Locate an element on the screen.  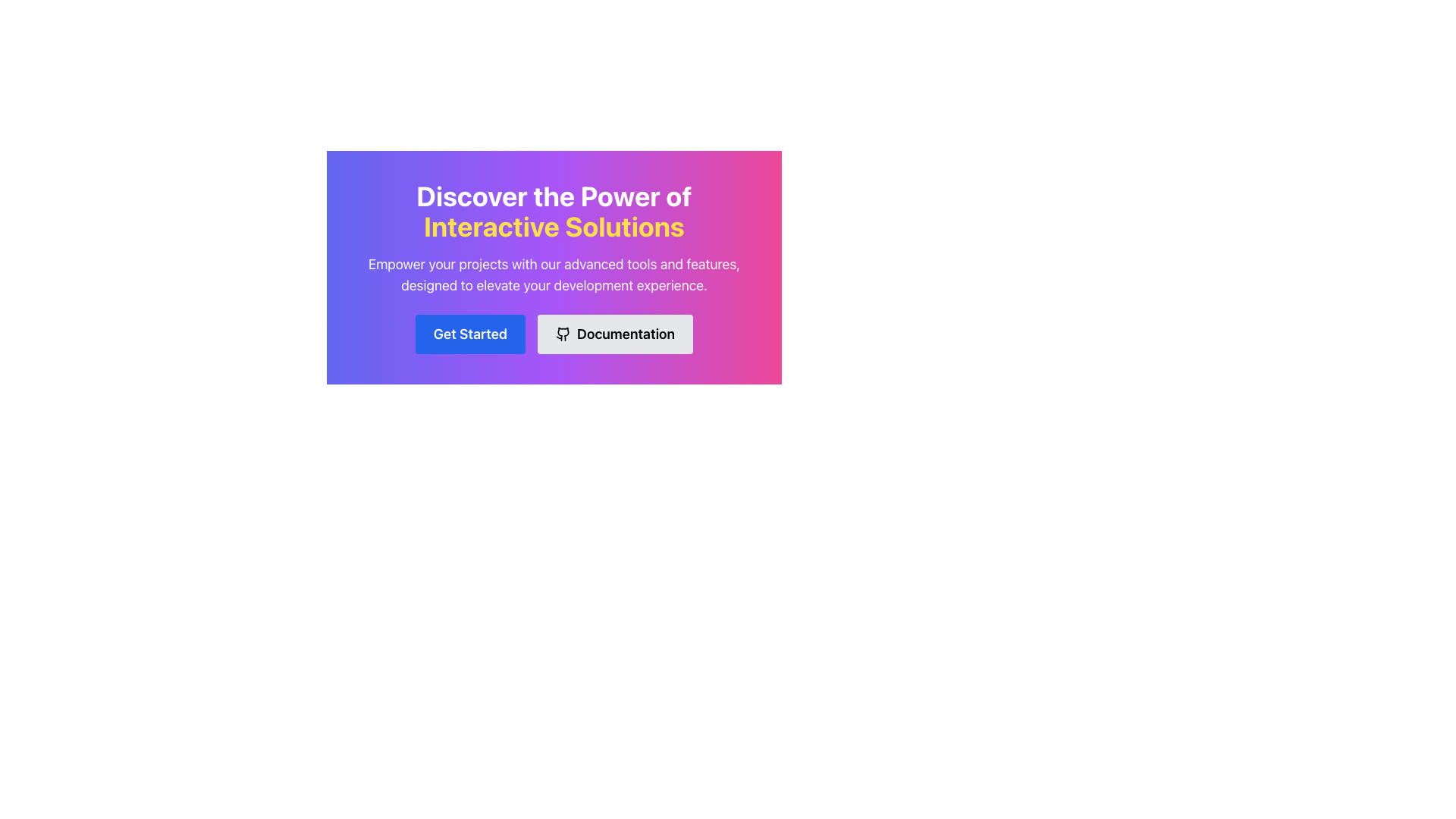
the main heading text located at the top-center of the card-like section, which conveys key information about the section's purpose and focus is located at coordinates (553, 211).